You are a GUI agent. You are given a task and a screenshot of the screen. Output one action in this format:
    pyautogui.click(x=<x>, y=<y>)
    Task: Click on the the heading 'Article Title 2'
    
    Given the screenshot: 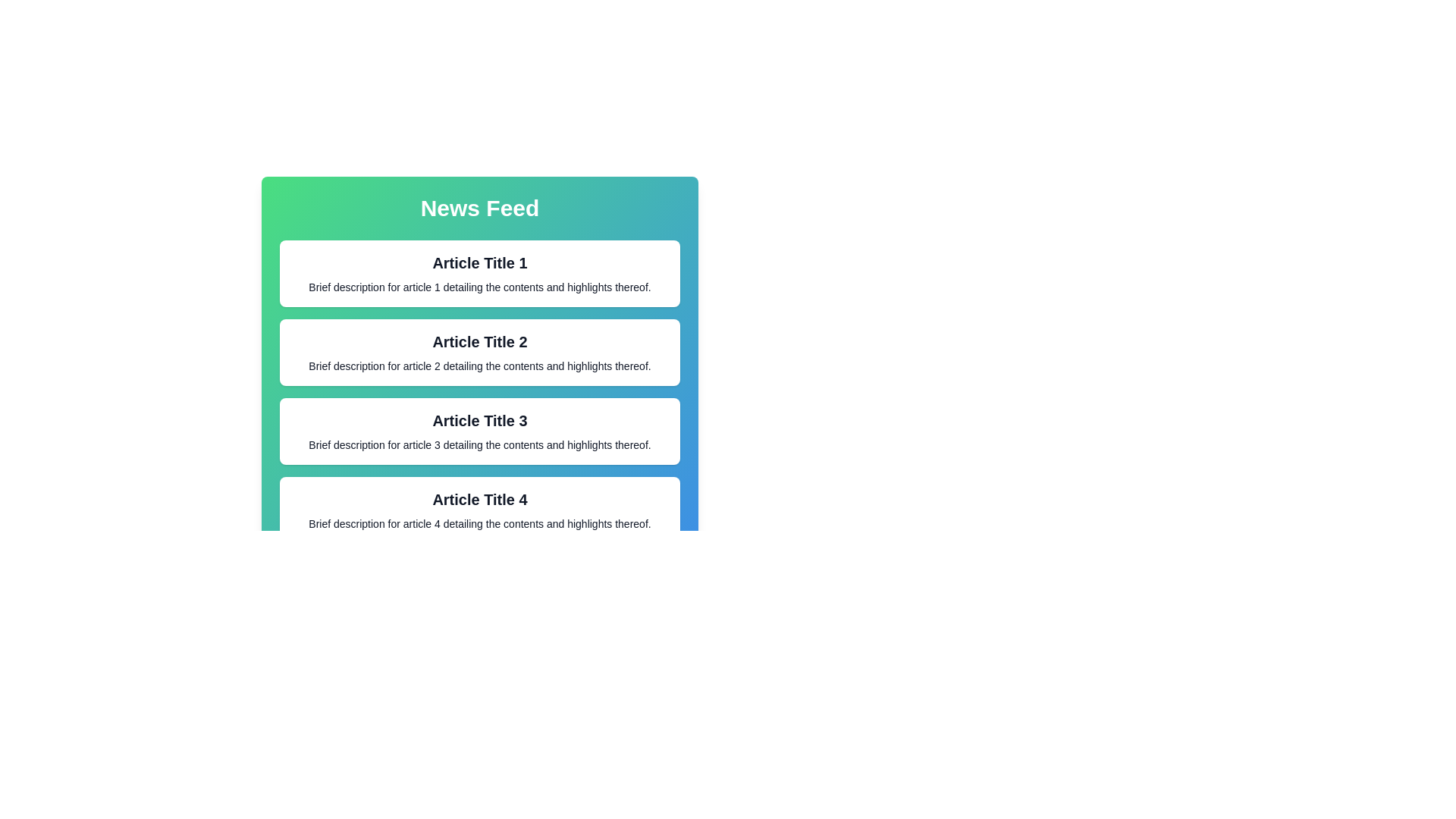 What is the action you would take?
    pyautogui.click(x=479, y=344)
    